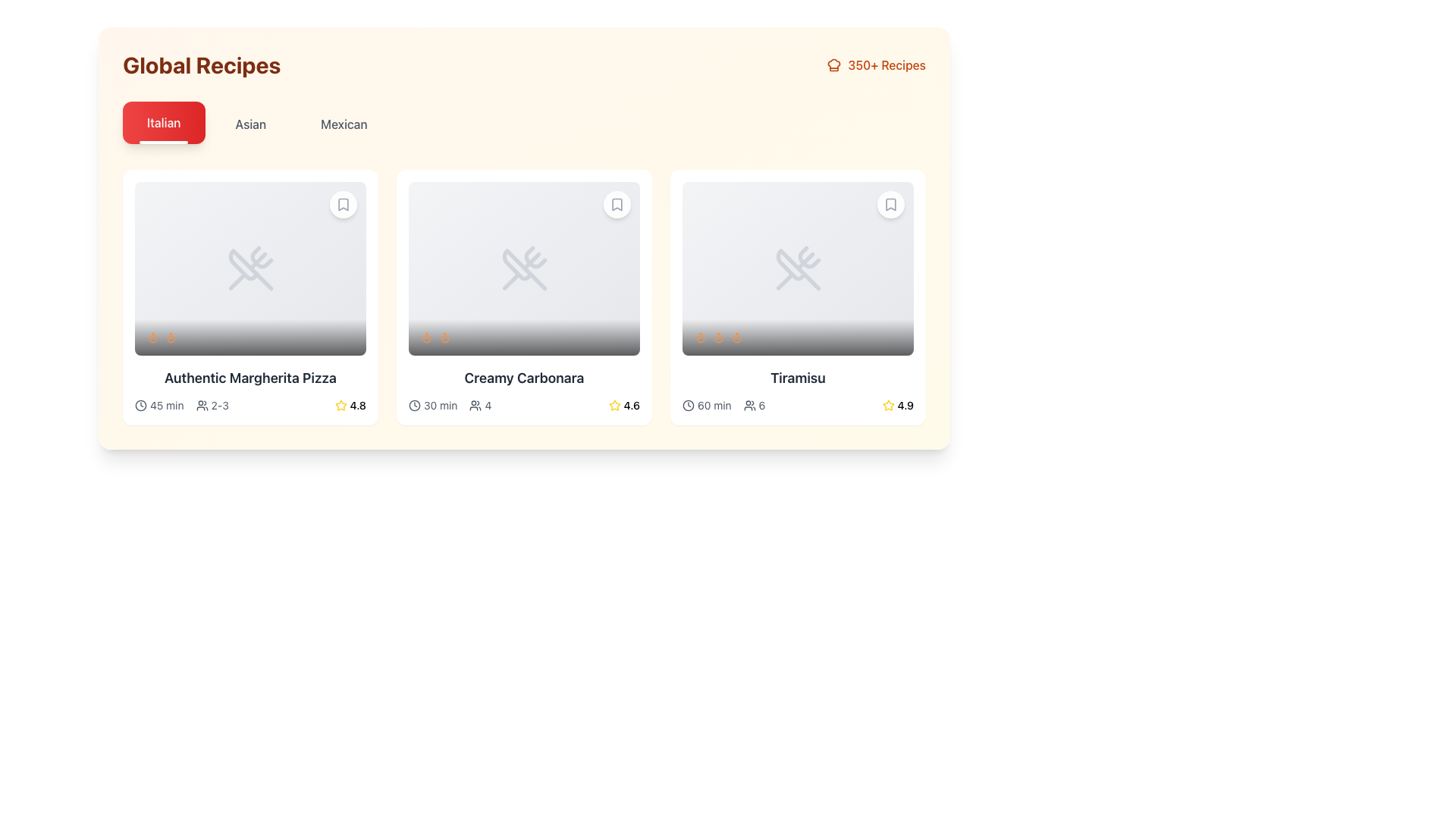  What do you see at coordinates (833, 64) in the screenshot?
I see `the cooking or recipes categorization icon located near the top-right corner of the interface` at bounding box center [833, 64].